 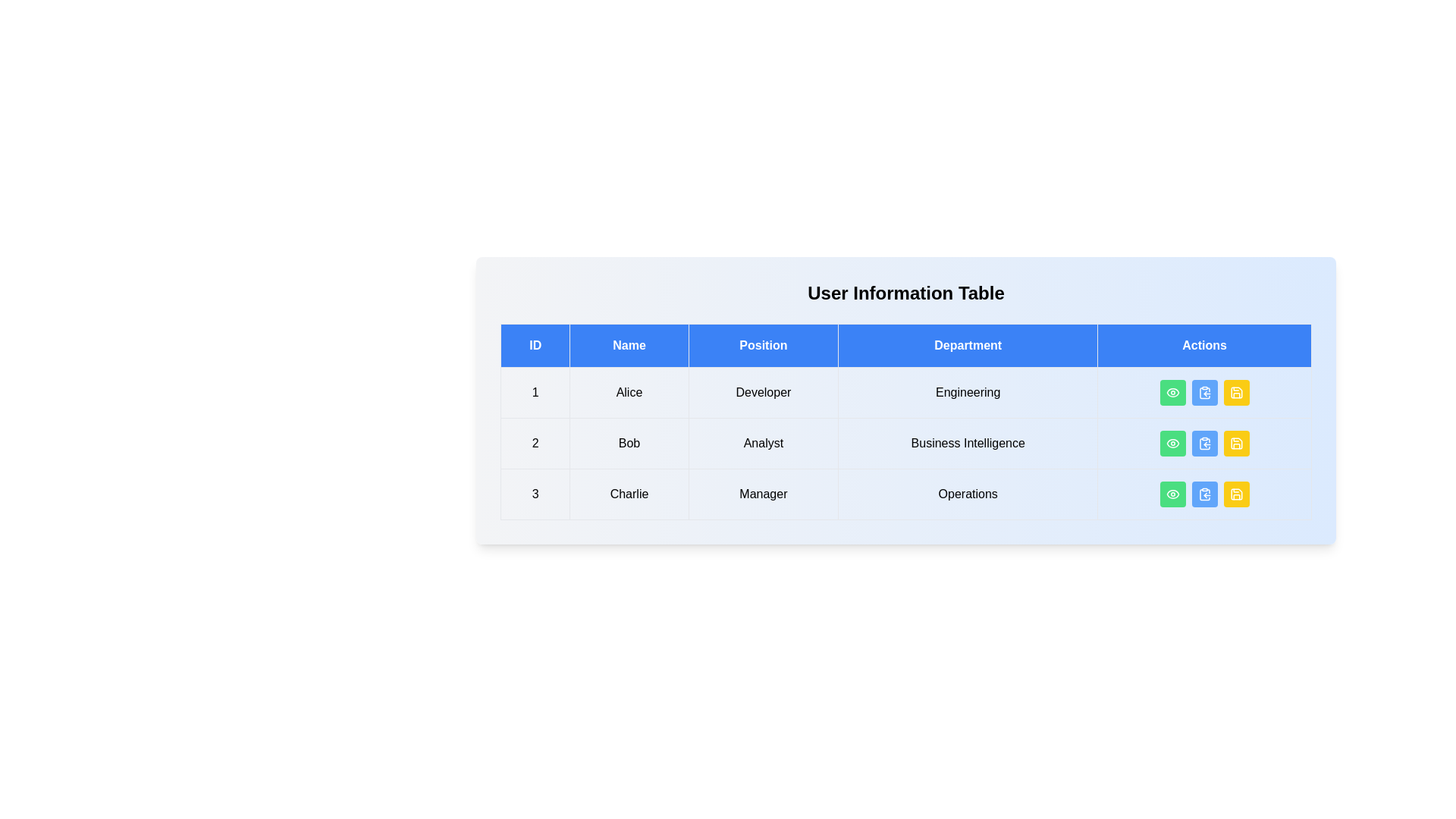 What do you see at coordinates (1172, 494) in the screenshot?
I see `the 'Eye' button in the 'Actions' column of the row corresponding to 3` at bounding box center [1172, 494].